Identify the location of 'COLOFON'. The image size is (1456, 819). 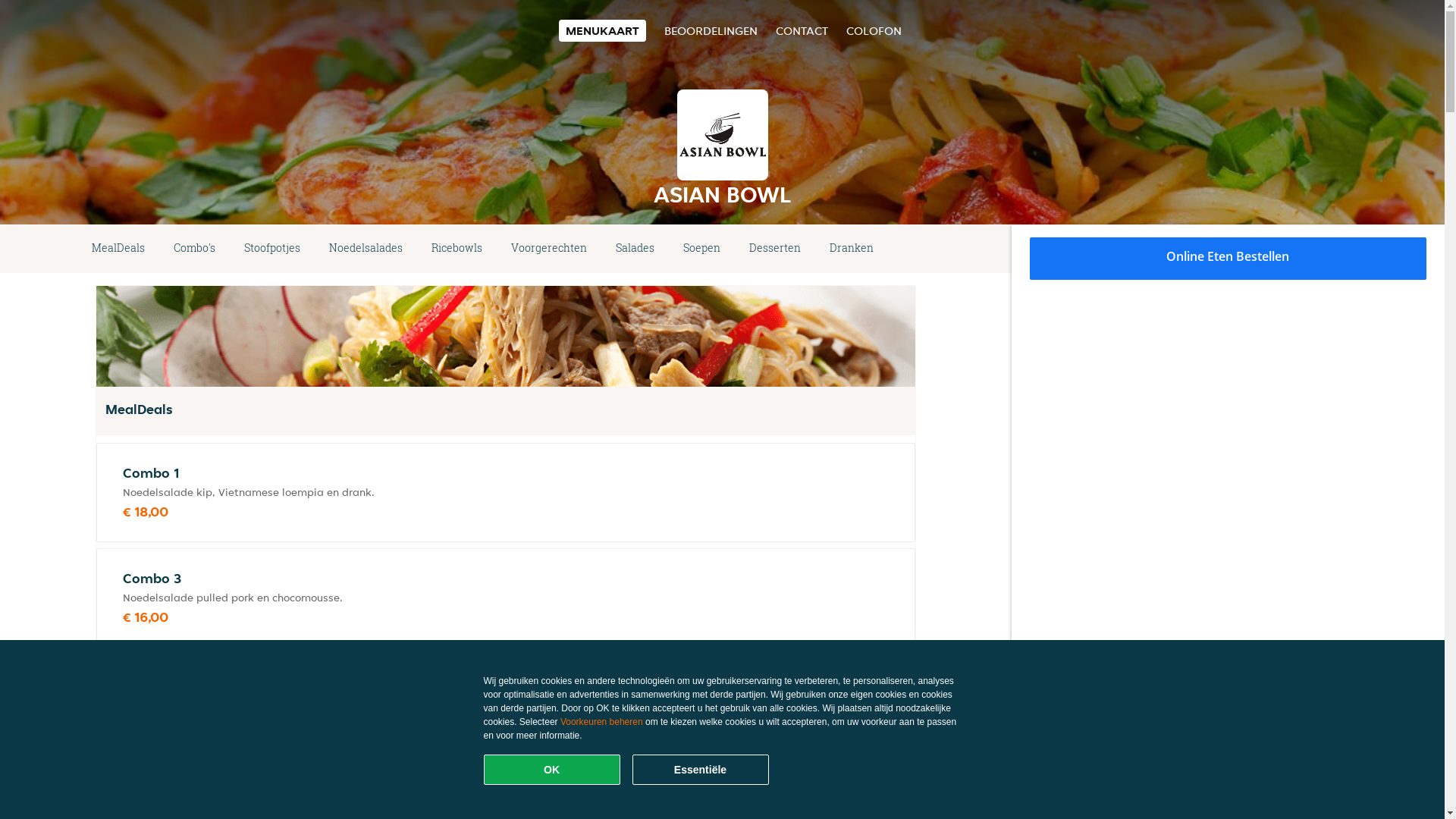
(846, 30).